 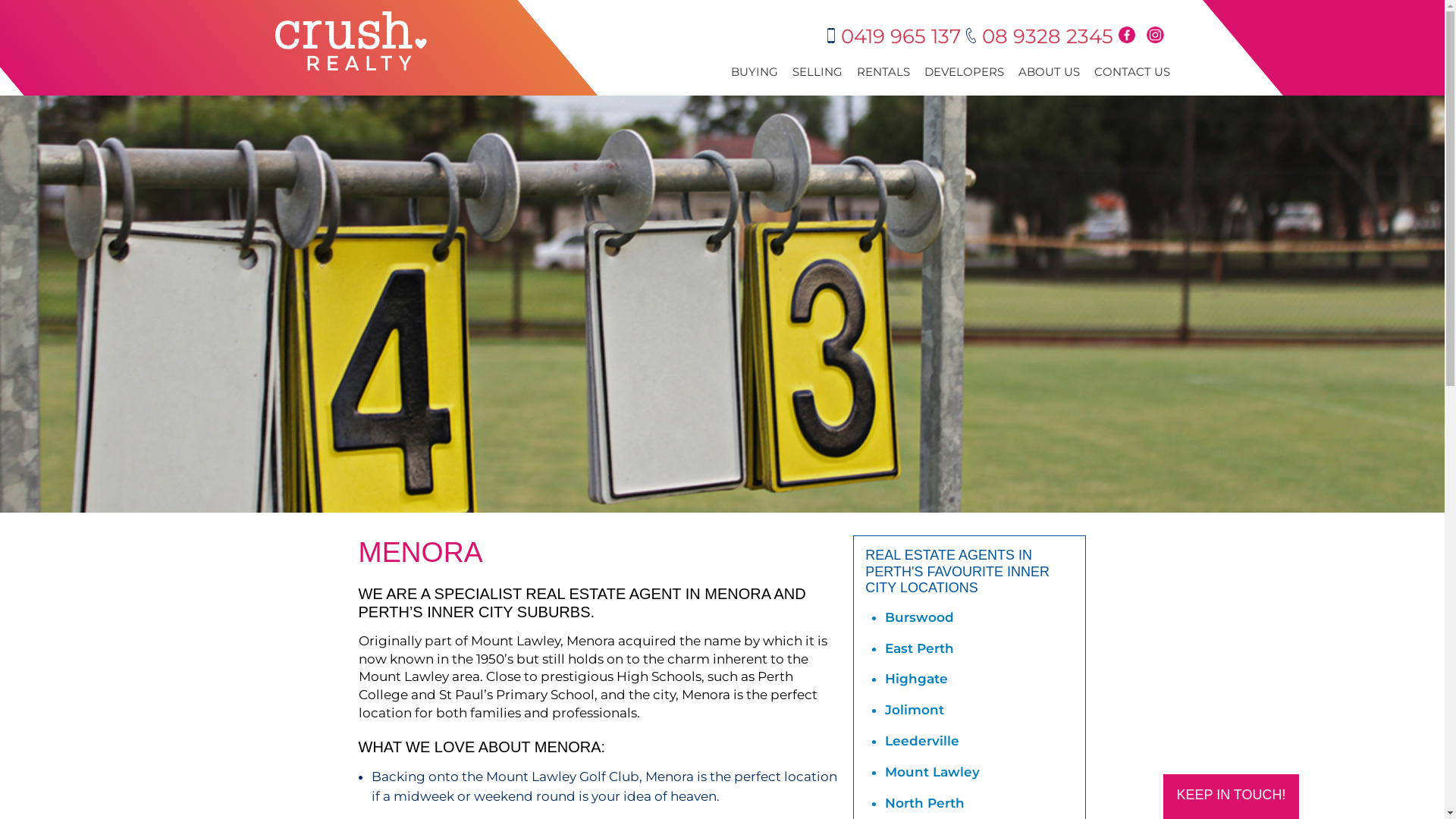 What do you see at coordinates (918, 648) in the screenshot?
I see `'East Perth'` at bounding box center [918, 648].